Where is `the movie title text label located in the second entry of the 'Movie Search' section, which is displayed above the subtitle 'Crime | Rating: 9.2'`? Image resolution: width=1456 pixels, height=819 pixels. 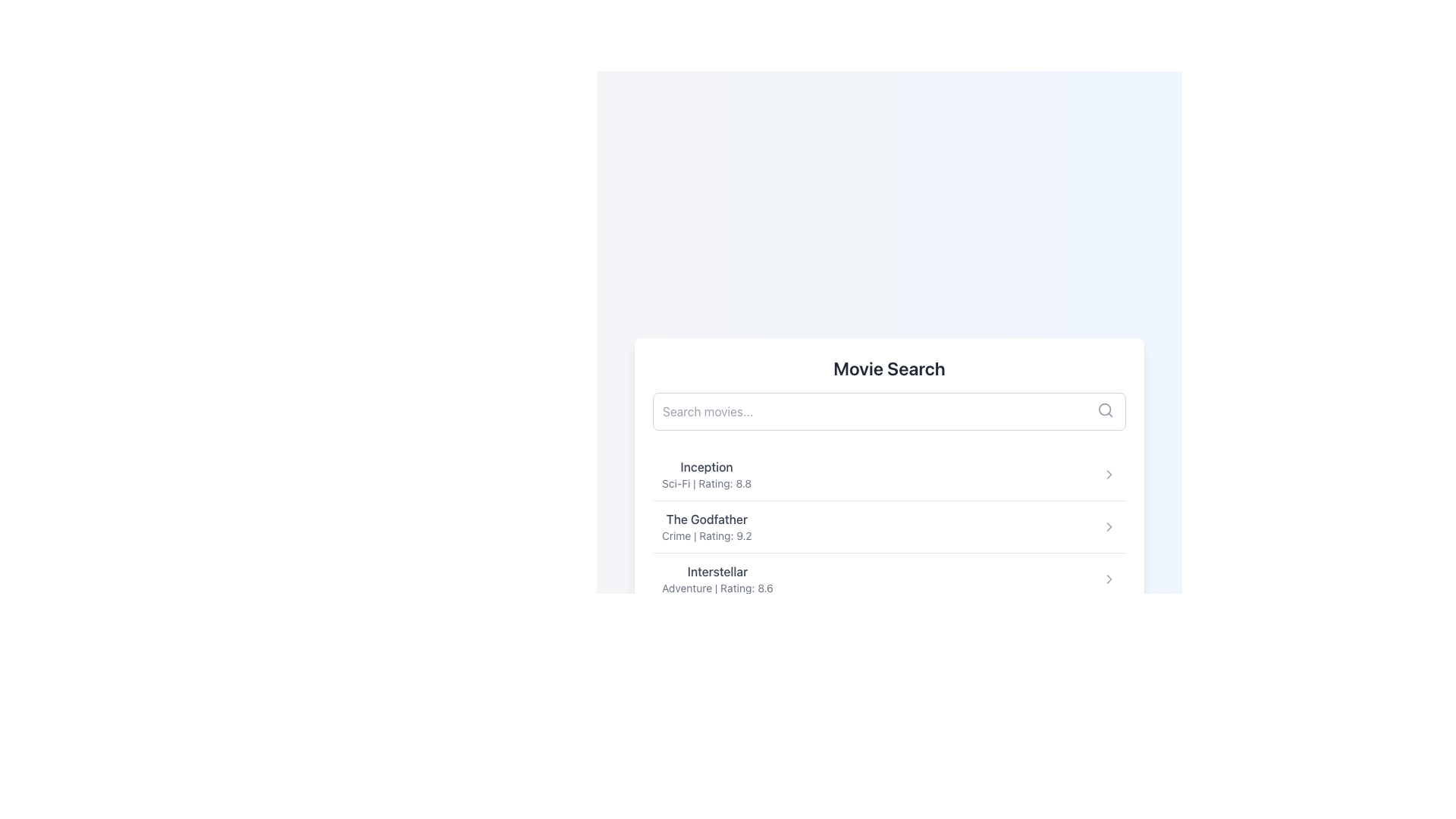 the movie title text label located in the second entry of the 'Movie Search' section, which is displayed above the subtitle 'Crime | Rating: 9.2' is located at coordinates (706, 519).